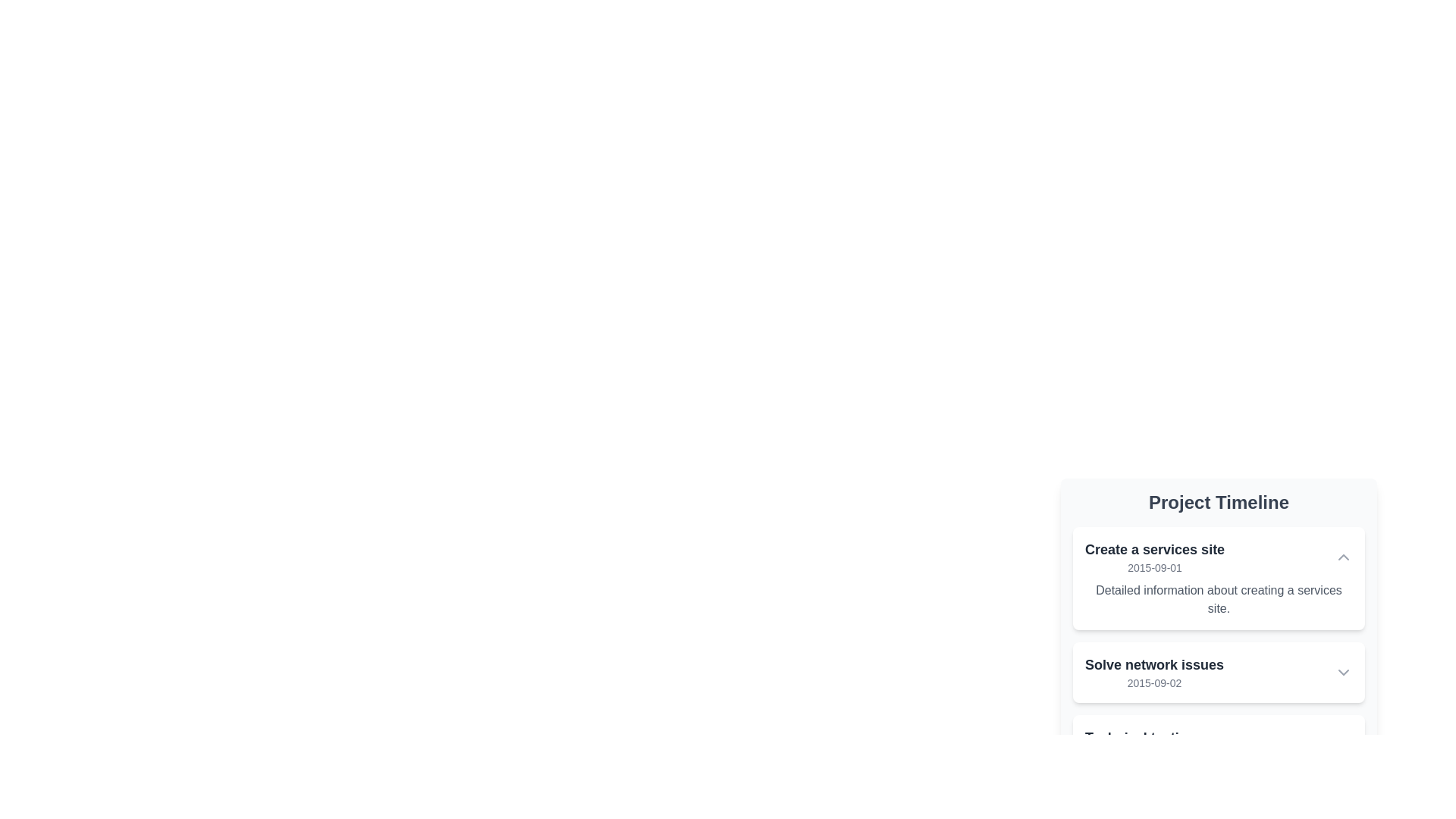  What do you see at coordinates (1219, 557) in the screenshot?
I see `the title 'Create a services site' in the collapsible list header` at bounding box center [1219, 557].